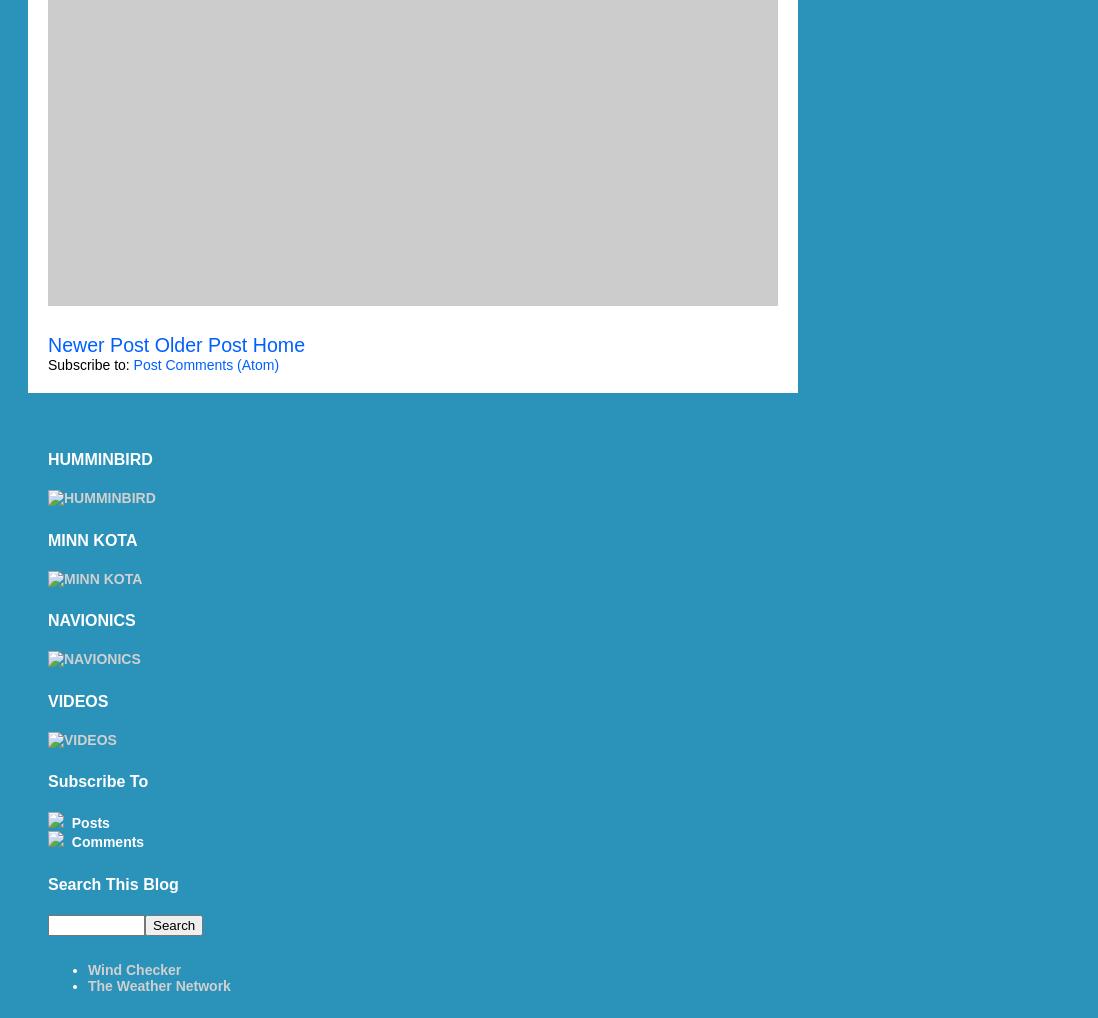  Describe the element at coordinates (90, 619) in the screenshot. I see `'NAVIONICS'` at that location.